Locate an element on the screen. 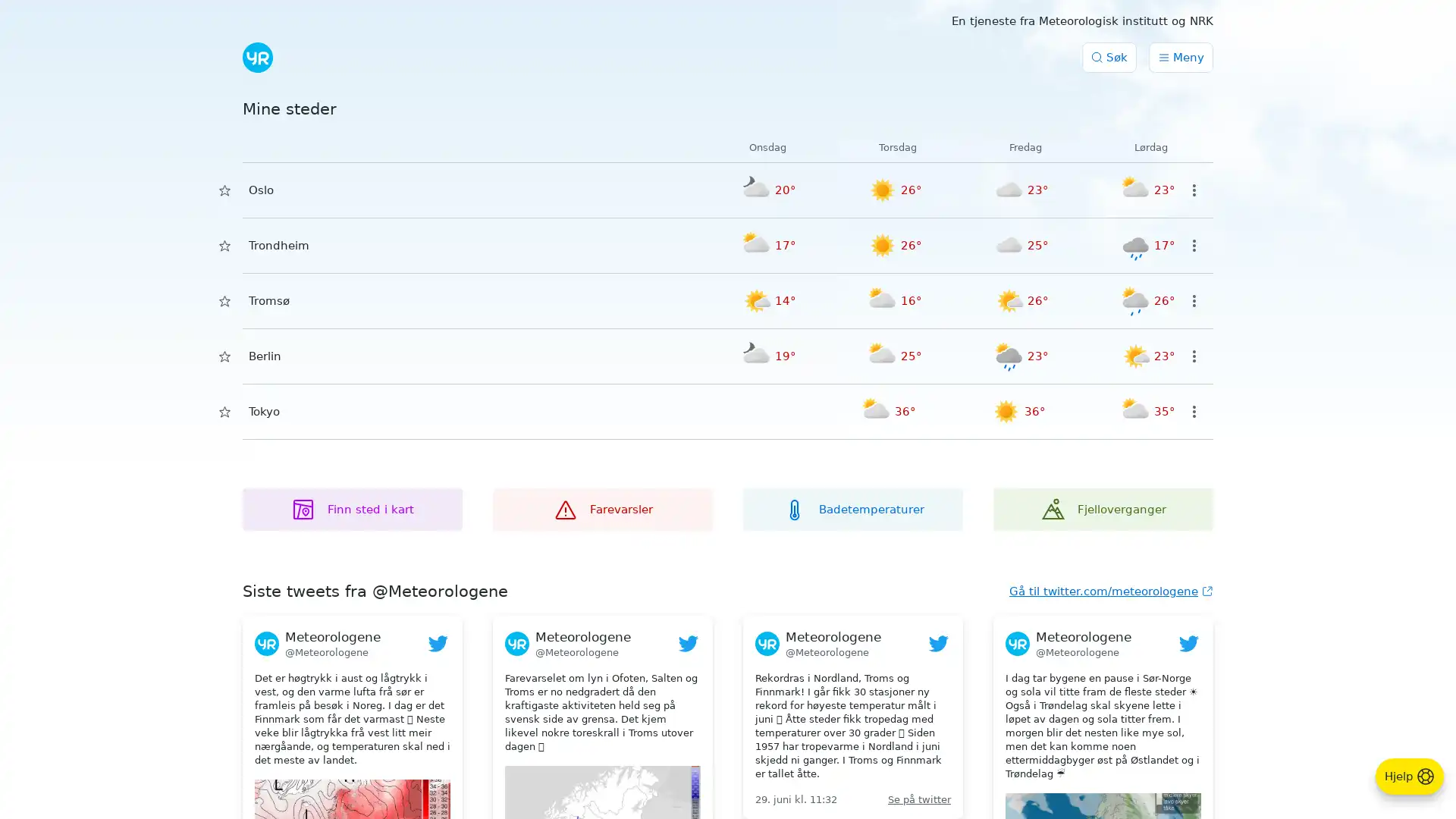 The image size is (1456, 819). Valg for sted is located at coordinates (1193, 301).